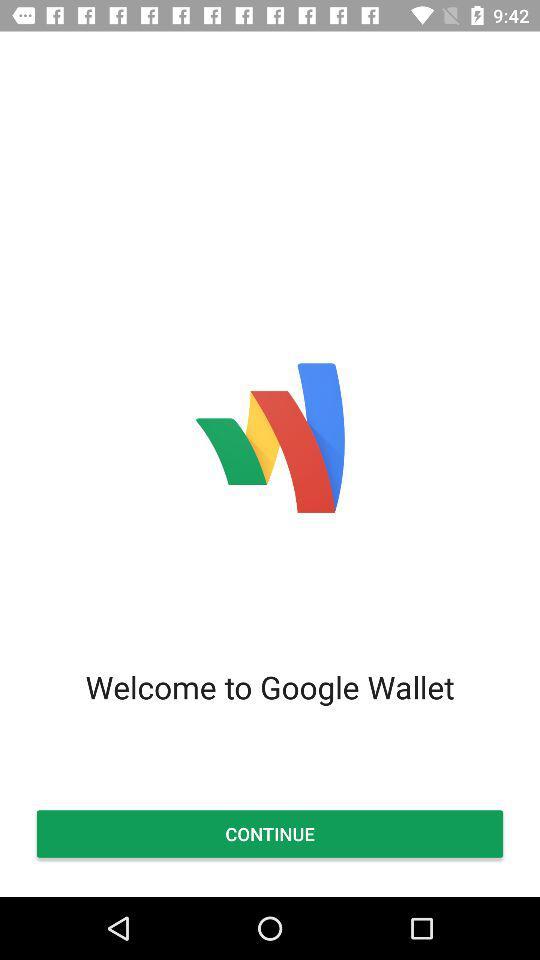  What do you see at coordinates (270, 834) in the screenshot?
I see `the item below the welcome to google` at bounding box center [270, 834].